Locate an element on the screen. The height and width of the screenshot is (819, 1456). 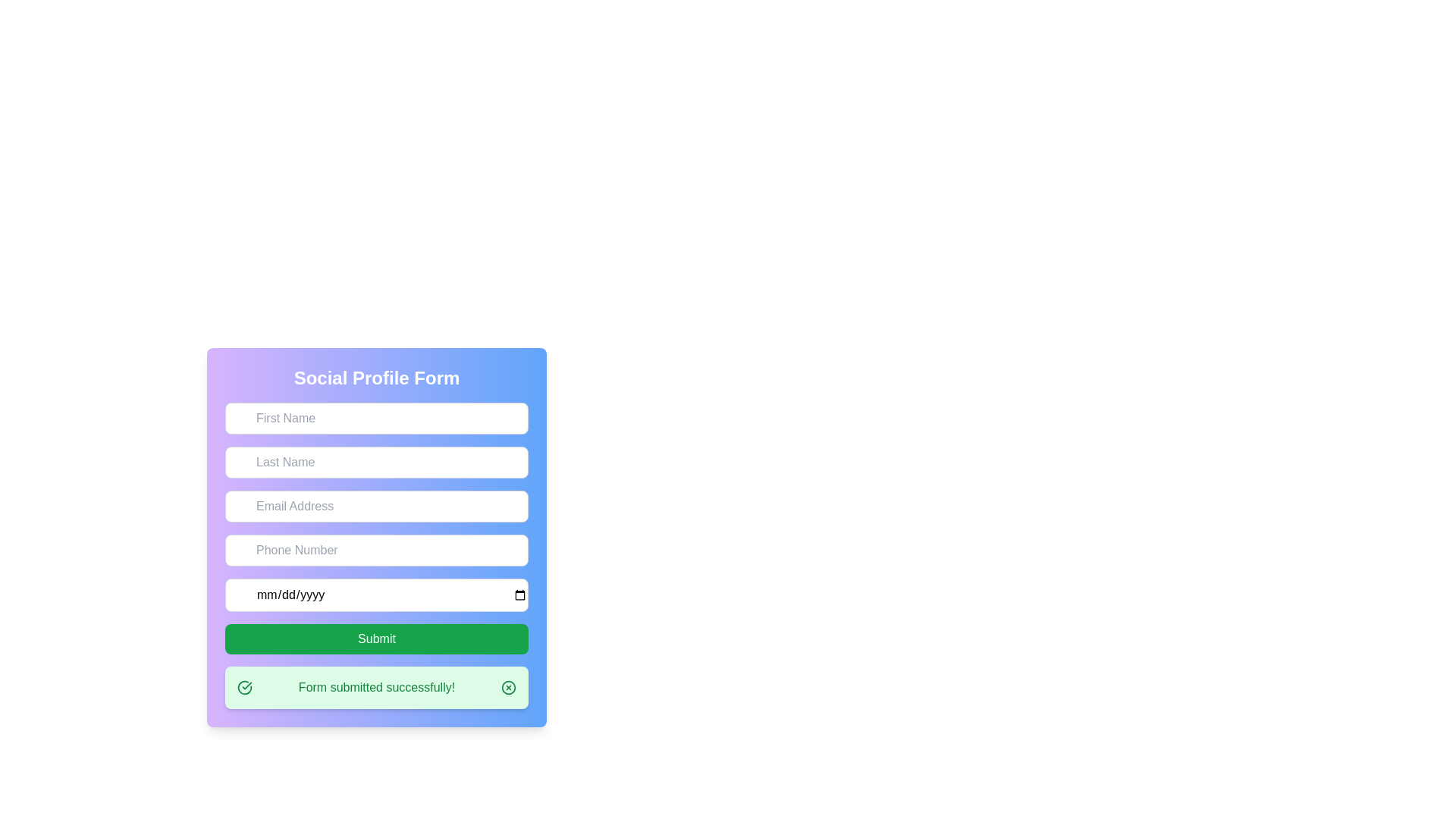
the email input field located in the 'Social Profile Form', which is the third field below the 'Last Name' and above the 'Phone Number' input fields to focus on it is located at coordinates (377, 506).